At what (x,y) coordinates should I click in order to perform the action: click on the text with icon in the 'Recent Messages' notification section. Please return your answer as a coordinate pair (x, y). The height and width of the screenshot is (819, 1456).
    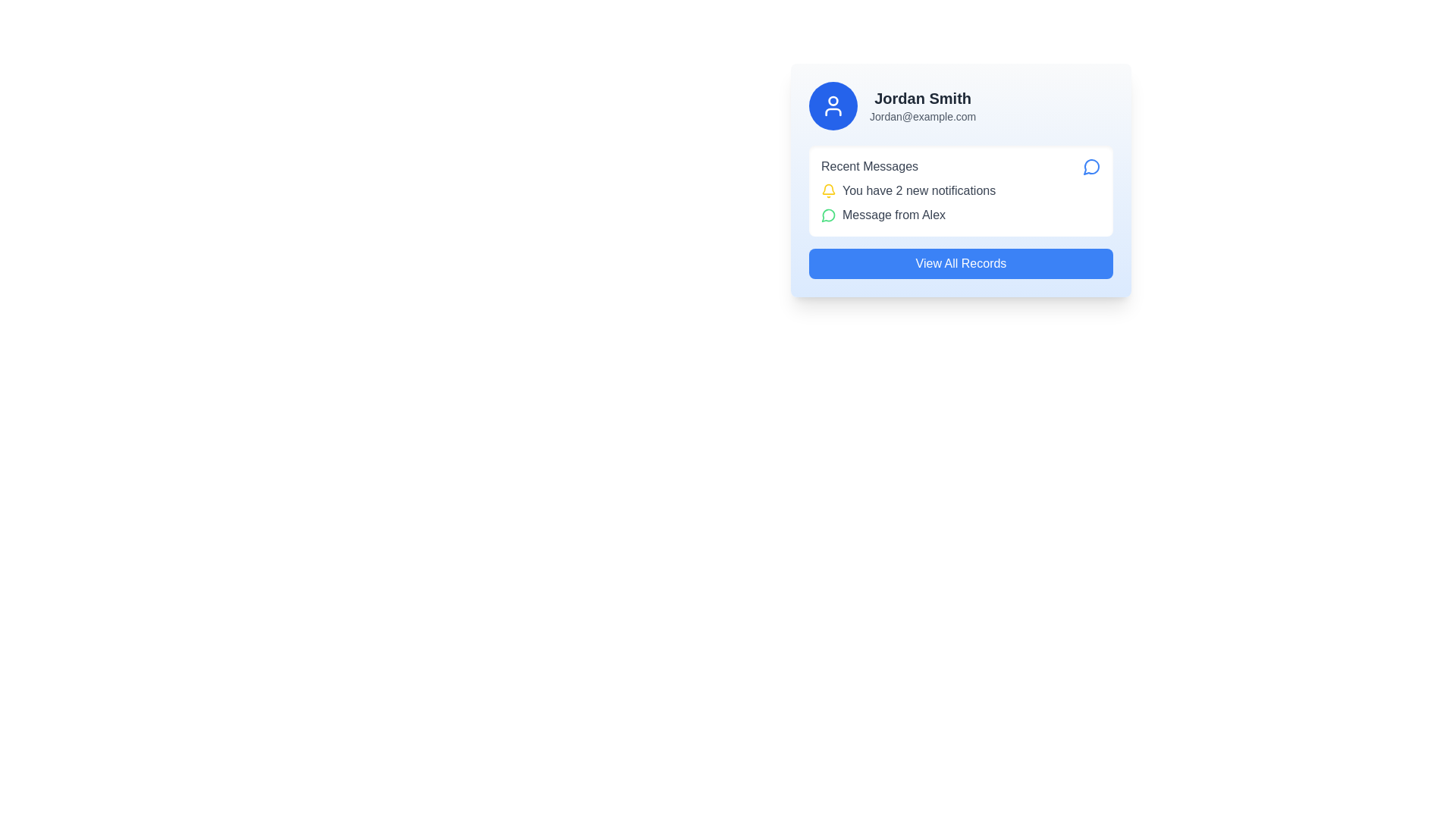
    Looking at the image, I should click on (960, 190).